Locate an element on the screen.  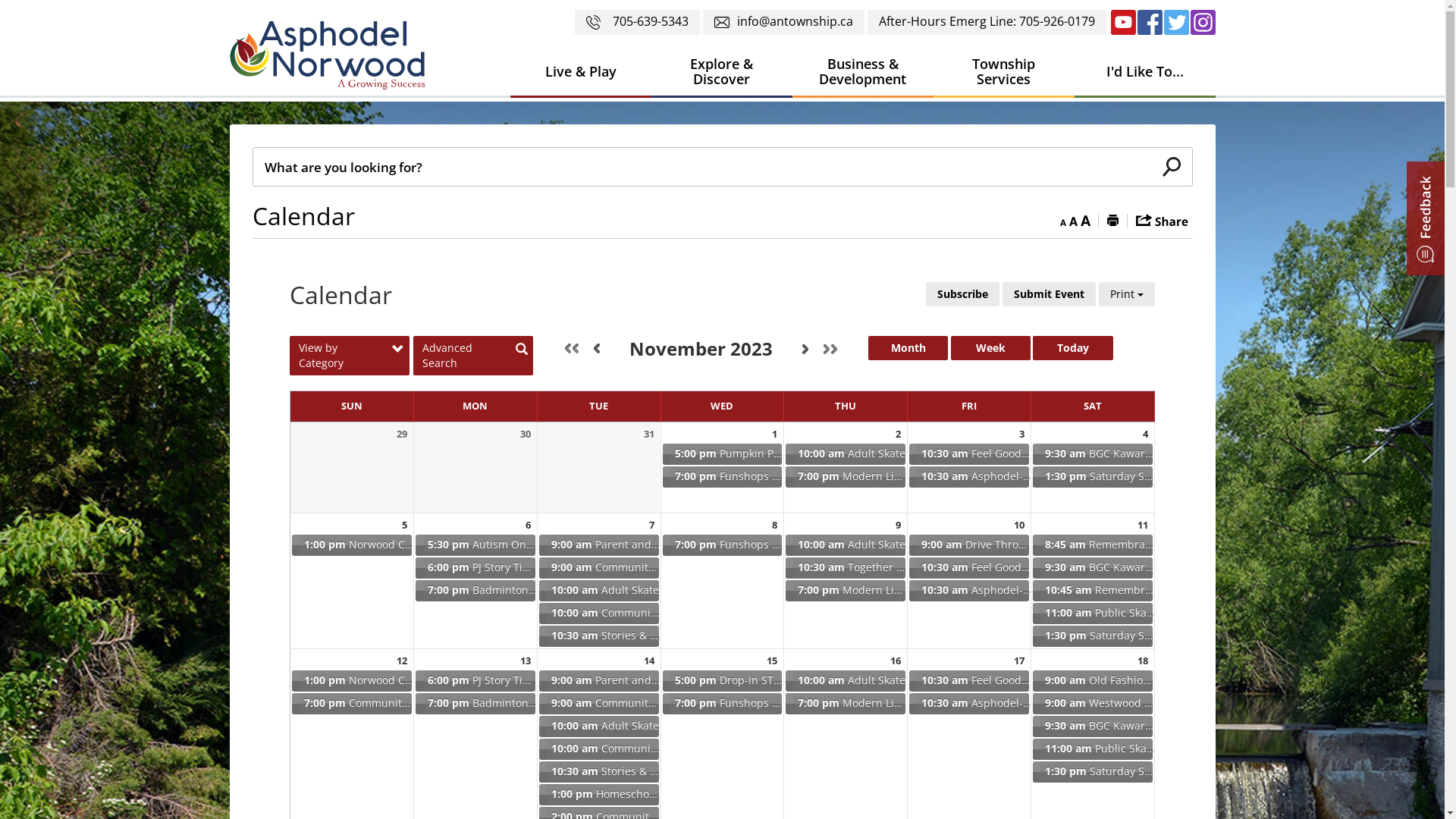
'Click to return to the homepage' is located at coordinates (326, 55).